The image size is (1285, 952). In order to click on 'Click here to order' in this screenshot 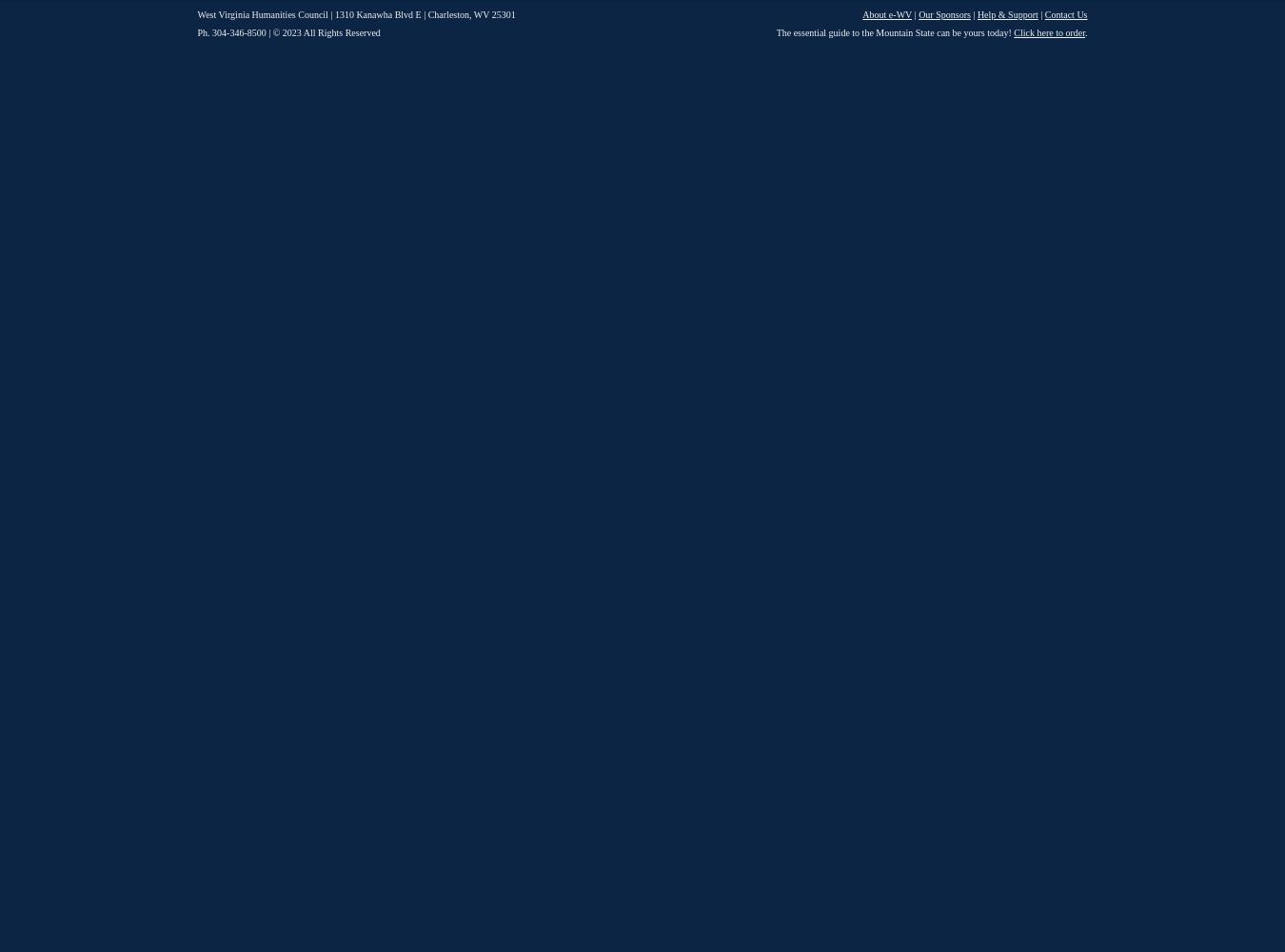, I will do `click(1049, 32)`.